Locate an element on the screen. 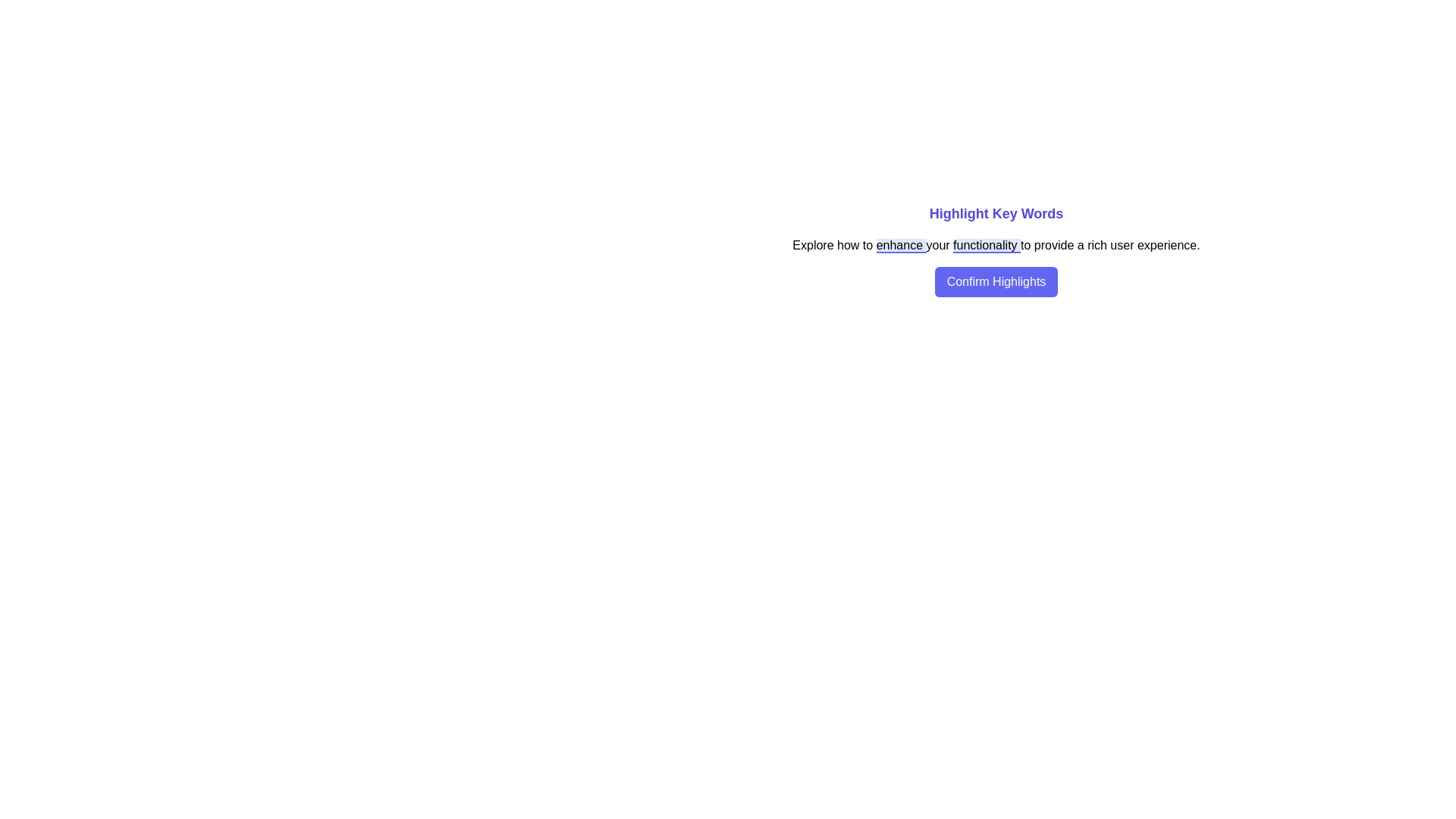  text label located beneath the 'Highlight Key Words' header, specifically the eighth word in the sentence 'Explore how to enhance your functionality to provide a rich user experience.' which is 'to' is located at coordinates (1055, 245).